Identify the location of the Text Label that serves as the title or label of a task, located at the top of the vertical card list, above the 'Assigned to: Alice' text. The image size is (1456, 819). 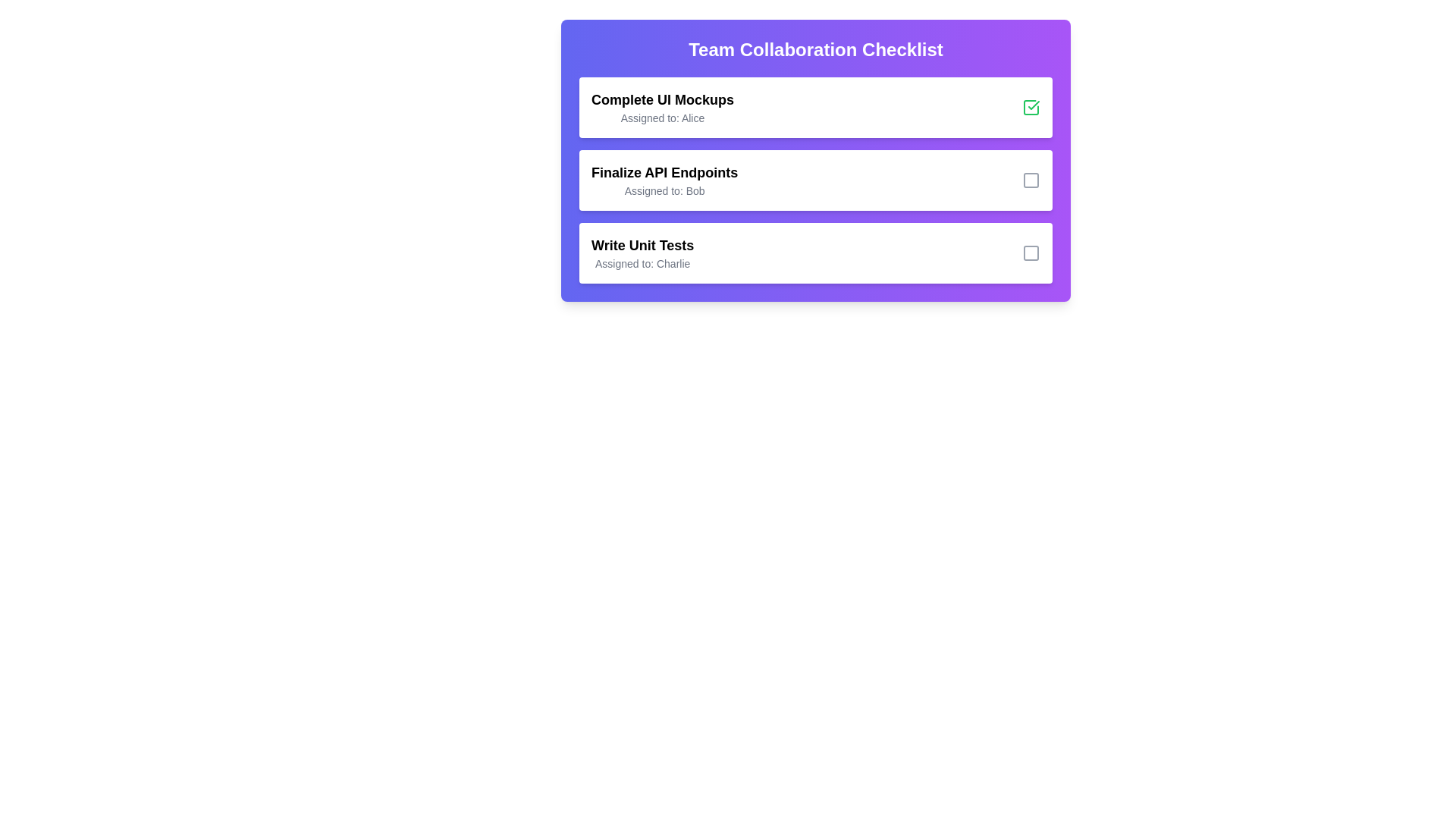
(662, 99).